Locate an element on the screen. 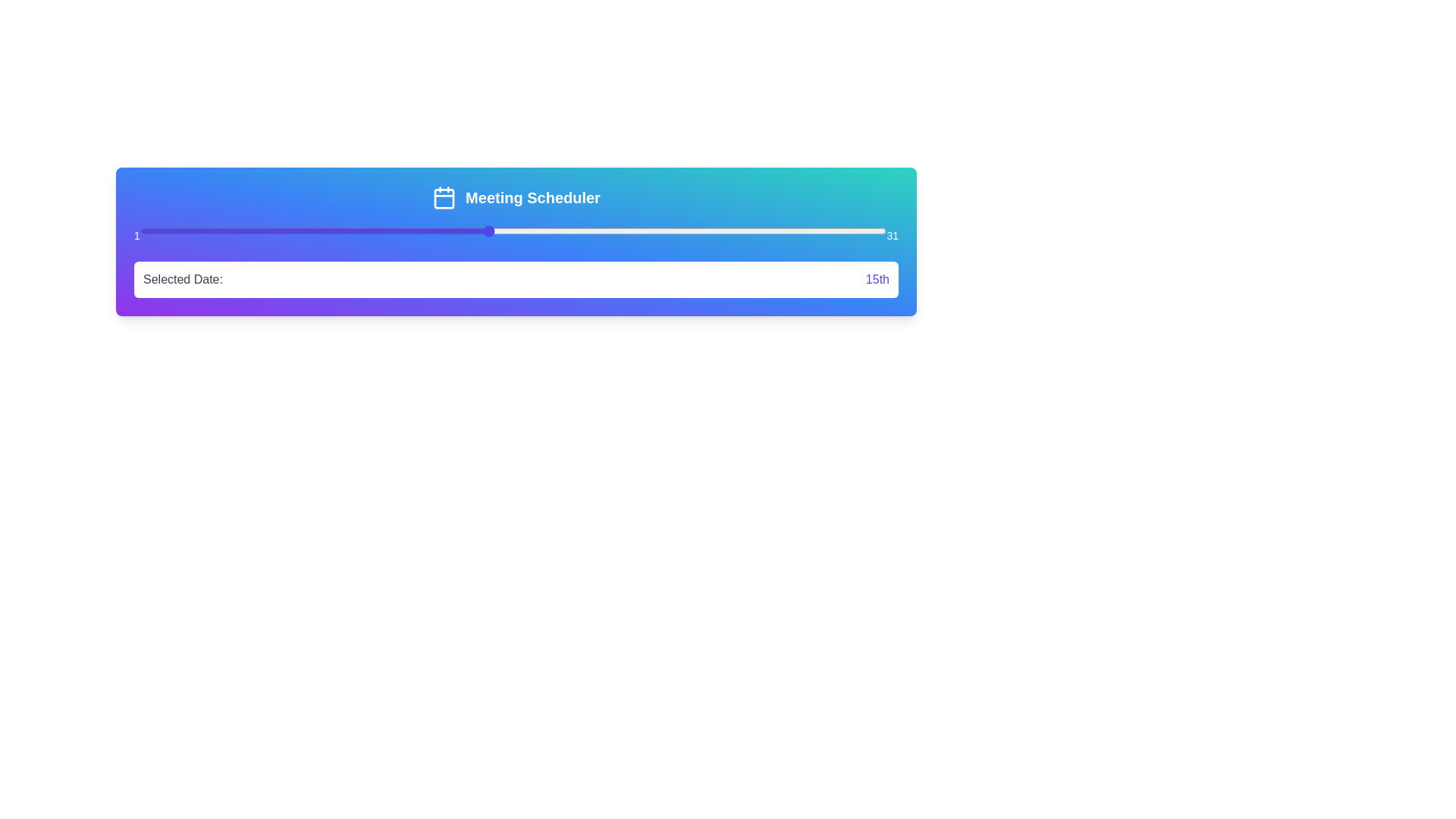  the decorative shape located in the top-left corner of the calendar icon in the Meeting Scheduler header bar is located at coordinates (444, 198).